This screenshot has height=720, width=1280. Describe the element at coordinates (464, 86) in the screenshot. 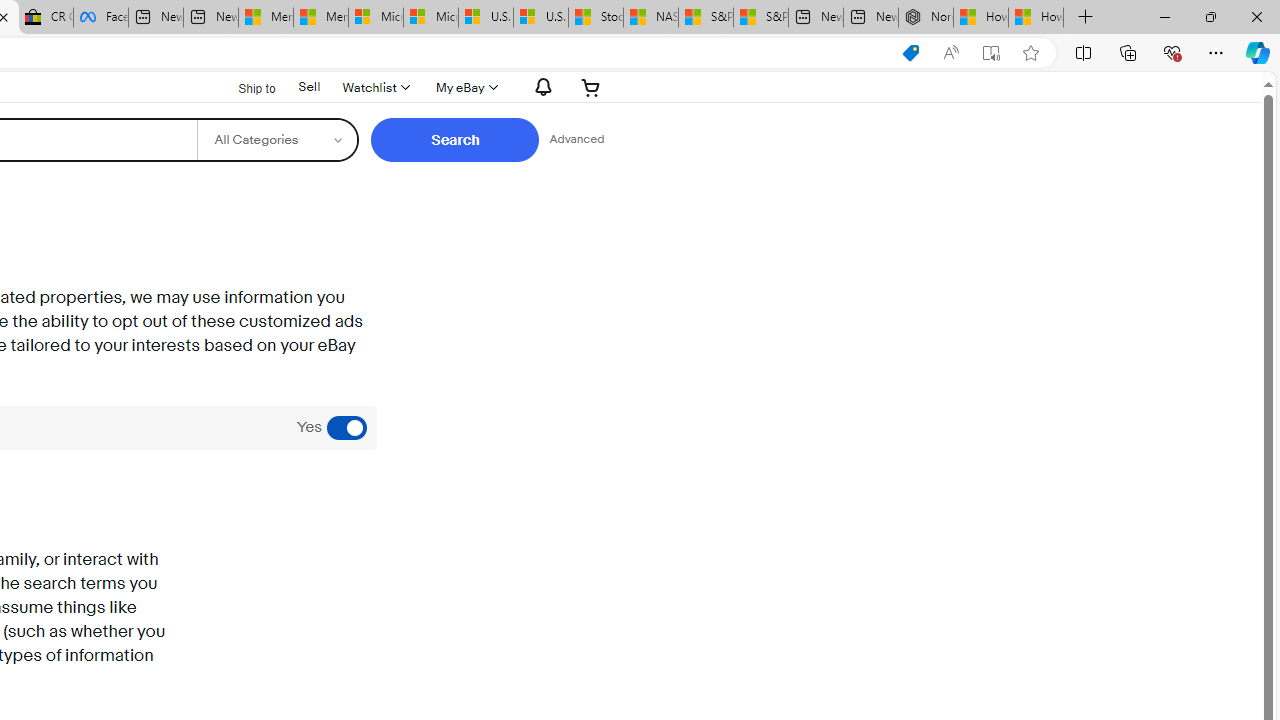

I see `'My eBayExpand My eBay'` at that location.